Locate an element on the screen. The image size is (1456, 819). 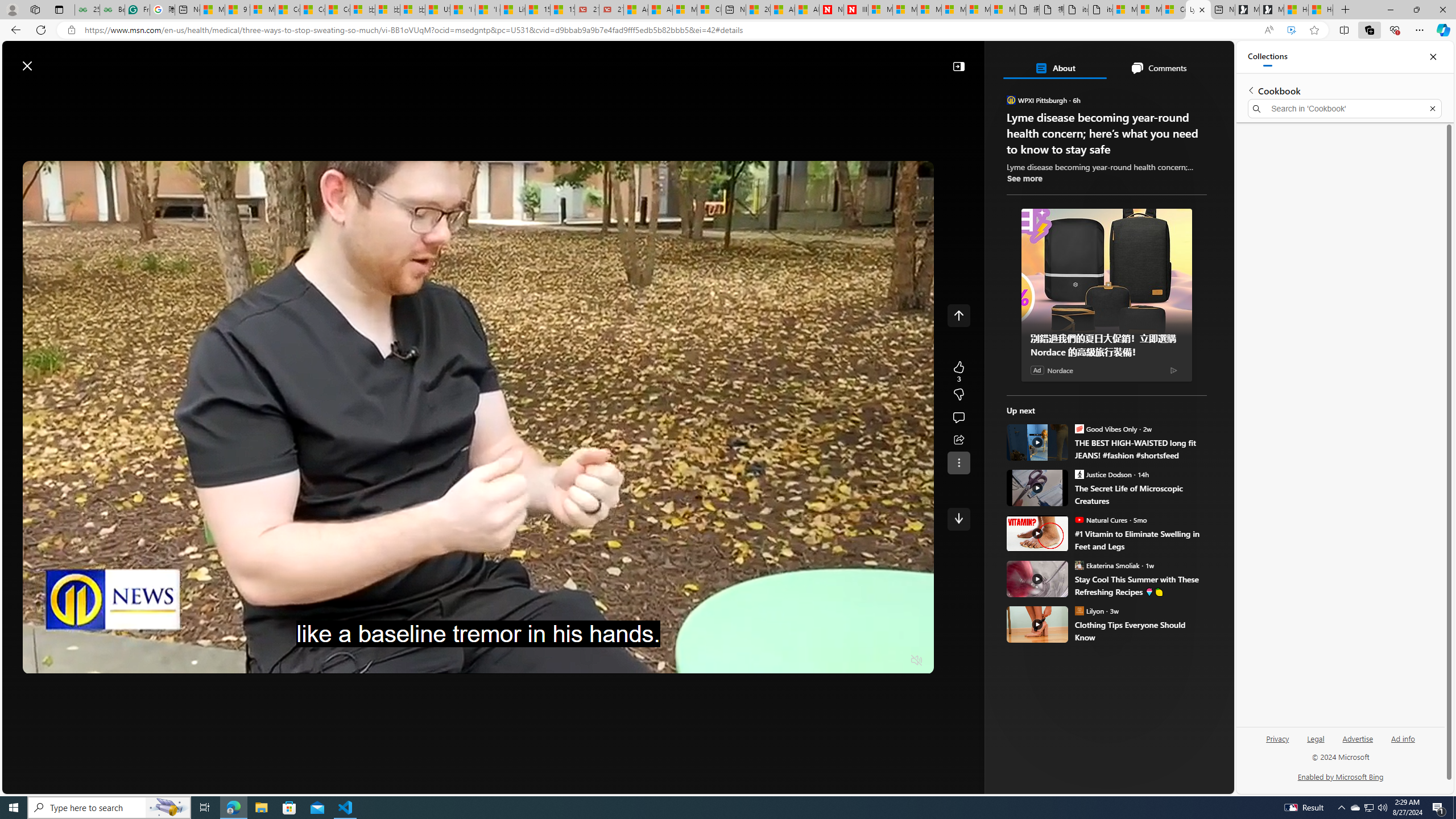
'Class: control icon-only' is located at coordinates (958, 316).